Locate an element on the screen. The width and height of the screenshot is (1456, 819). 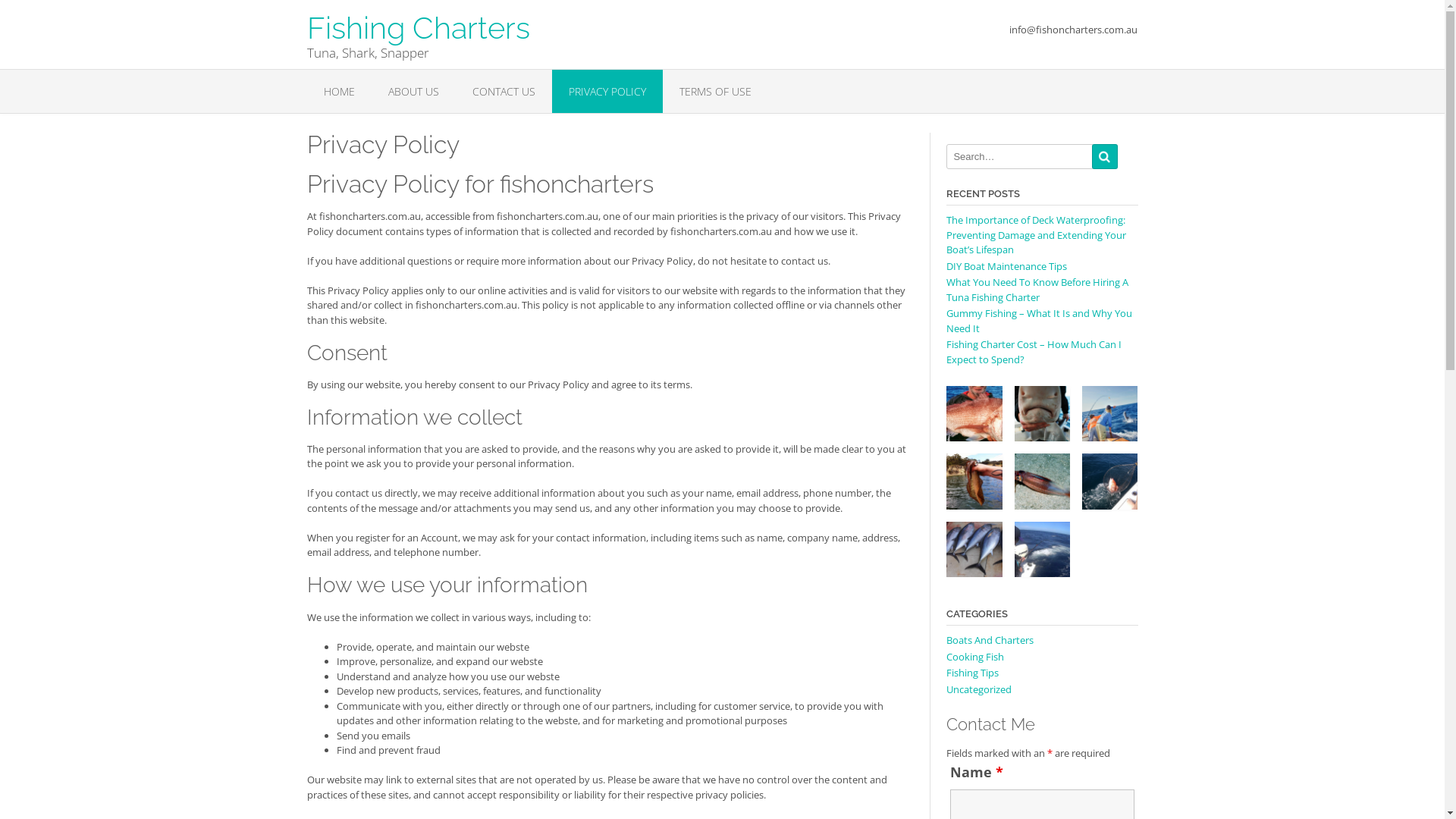
'Search for:' is located at coordinates (1019, 156).